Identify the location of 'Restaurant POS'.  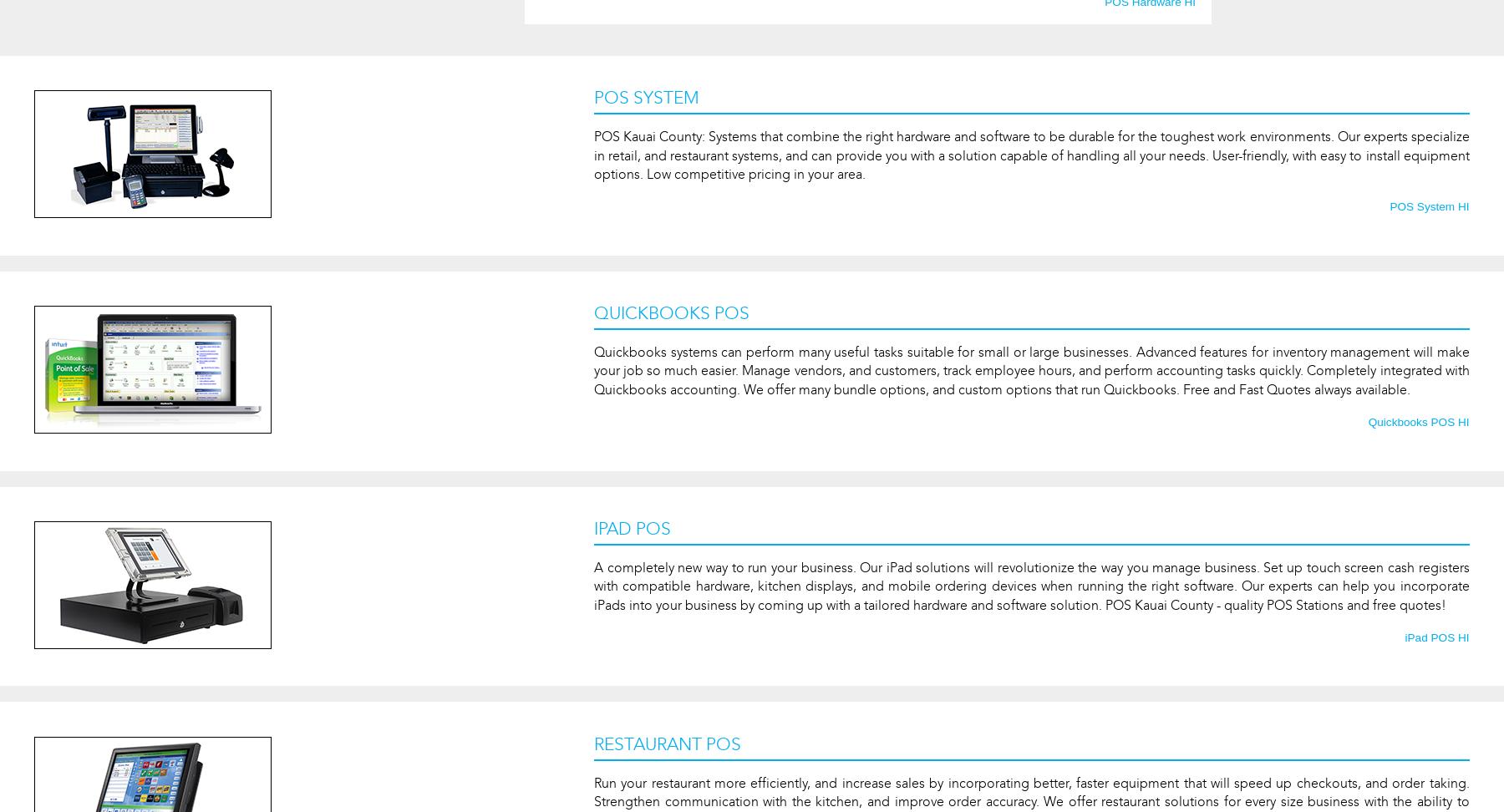
(593, 743).